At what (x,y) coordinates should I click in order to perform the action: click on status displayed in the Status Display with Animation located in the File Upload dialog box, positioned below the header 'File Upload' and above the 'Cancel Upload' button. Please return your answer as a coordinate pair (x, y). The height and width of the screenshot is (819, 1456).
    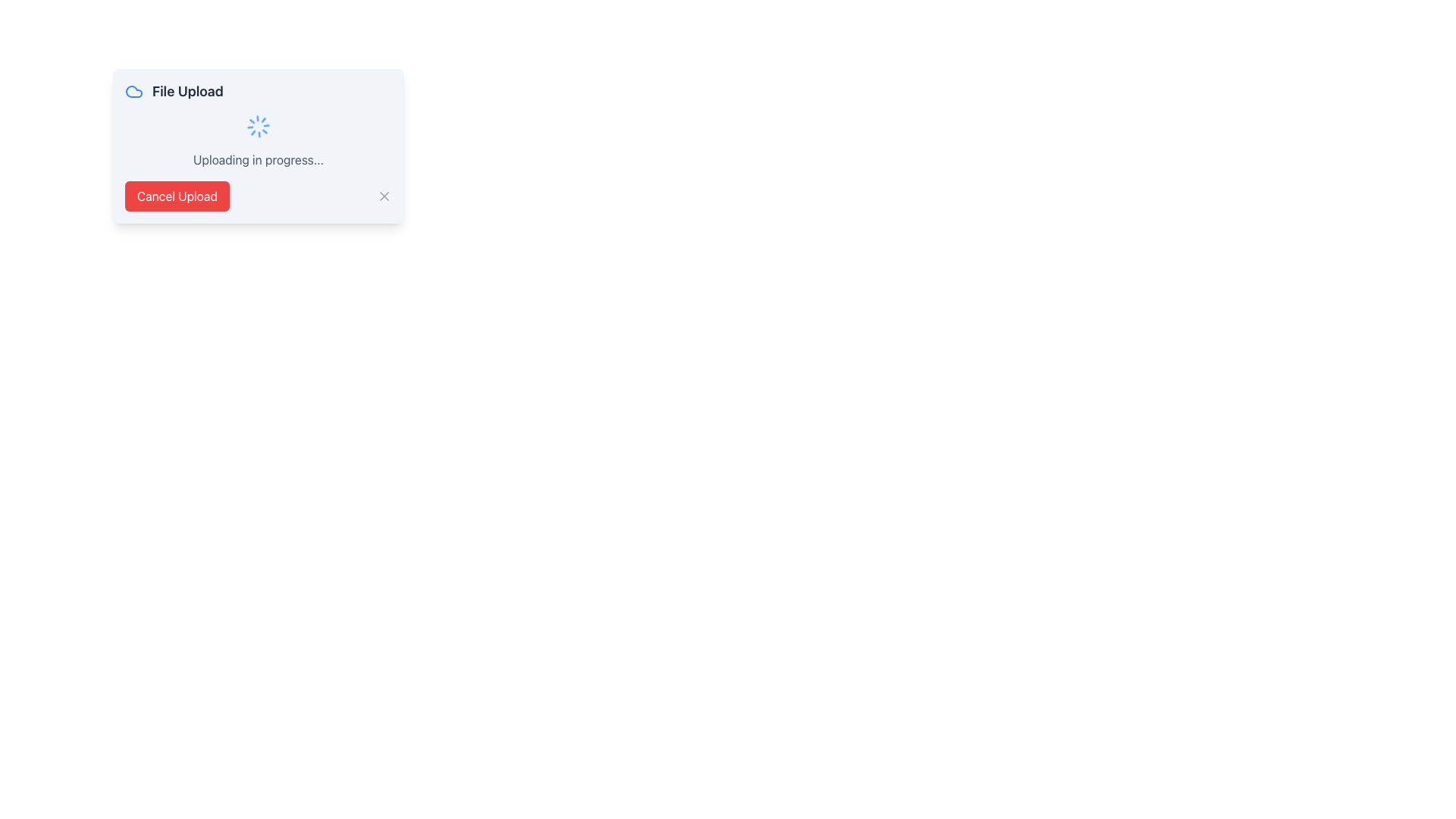
    Looking at the image, I should click on (258, 141).